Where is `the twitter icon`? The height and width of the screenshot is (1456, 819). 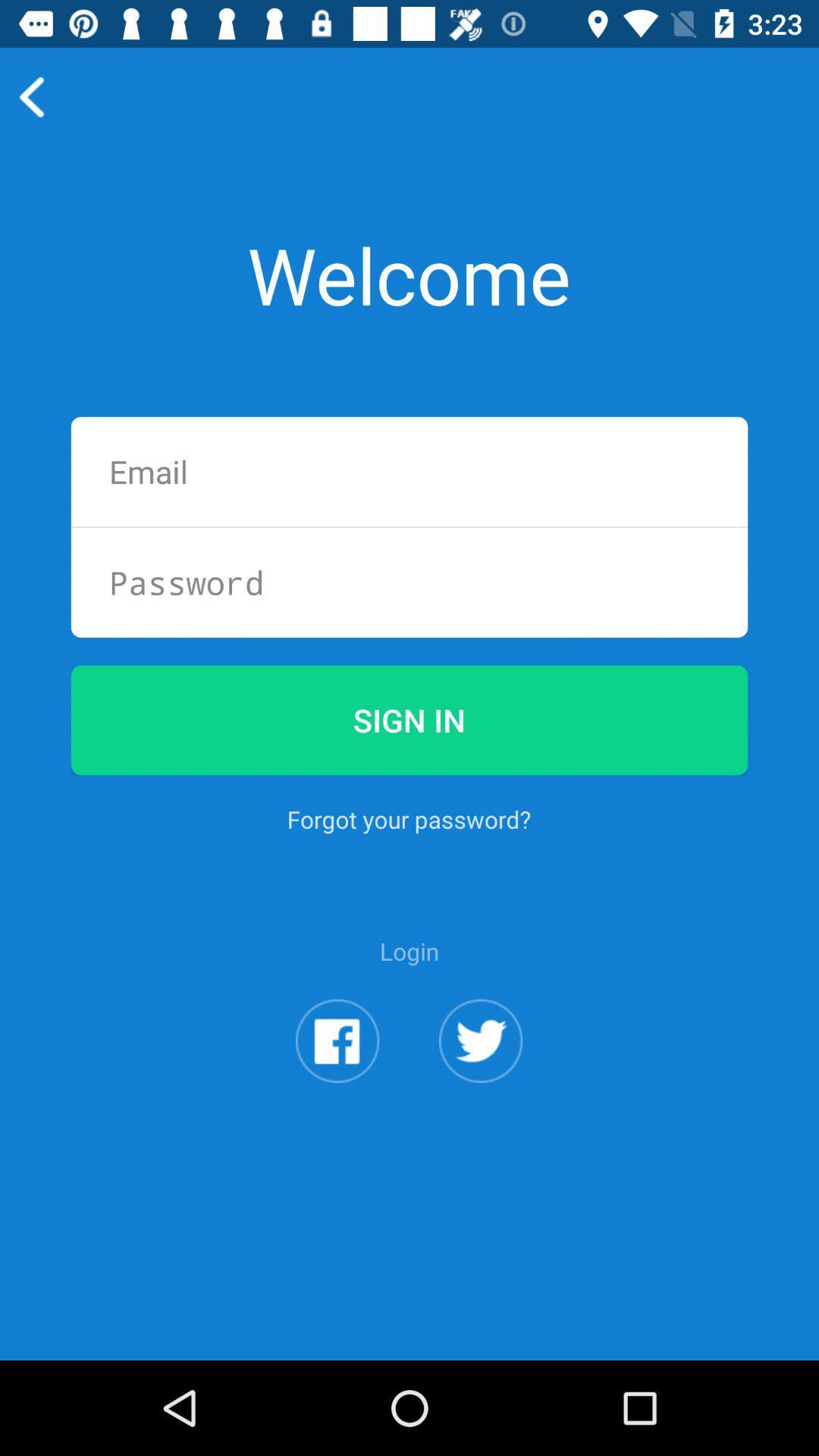 the twitter icon is located at coordinates (481, 1114).